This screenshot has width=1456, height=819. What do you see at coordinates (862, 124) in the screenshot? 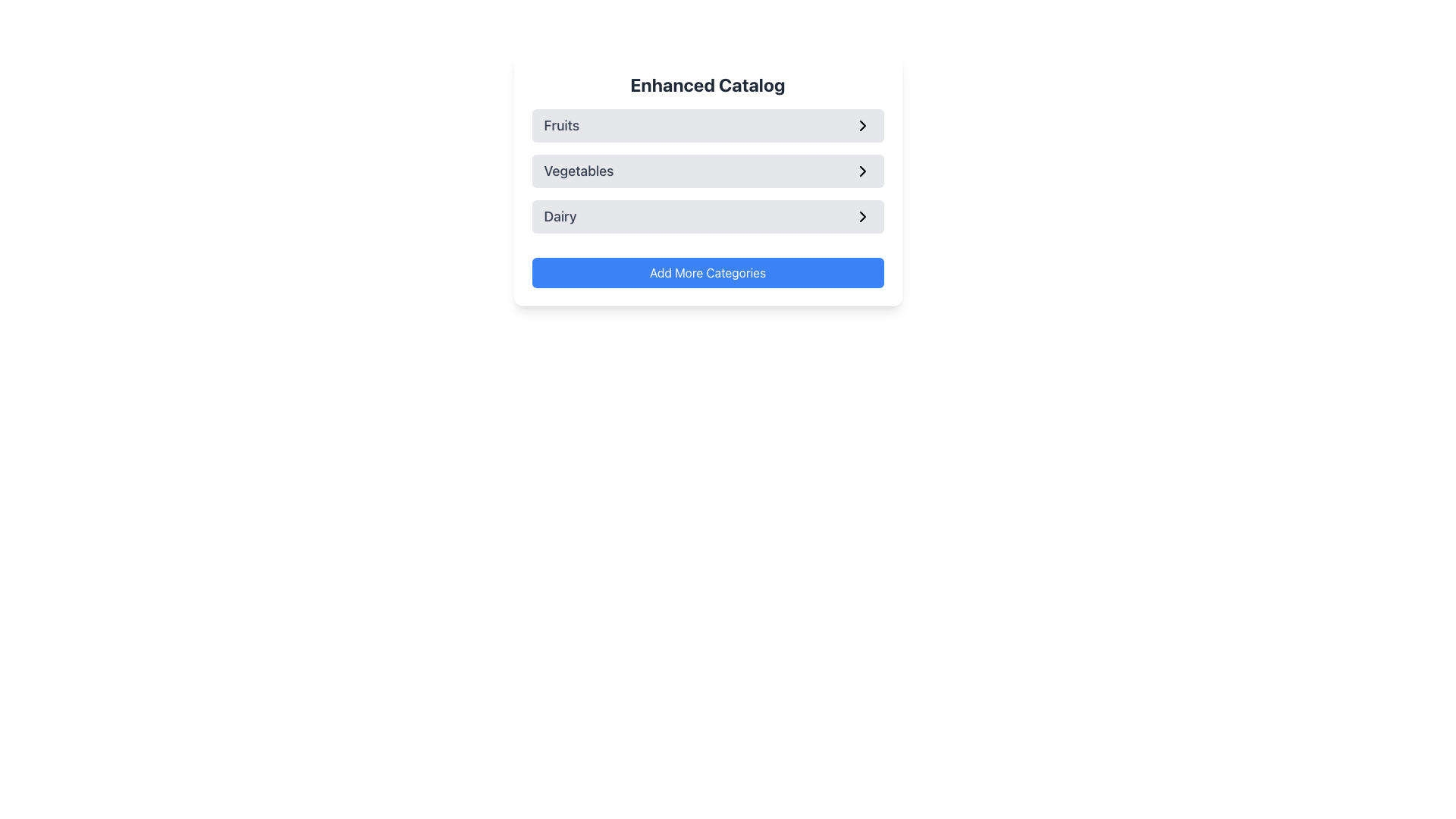
I see `the chevron navigation indicator at the right side of the 'Fruits' list item` at bounding box center [862, 124].